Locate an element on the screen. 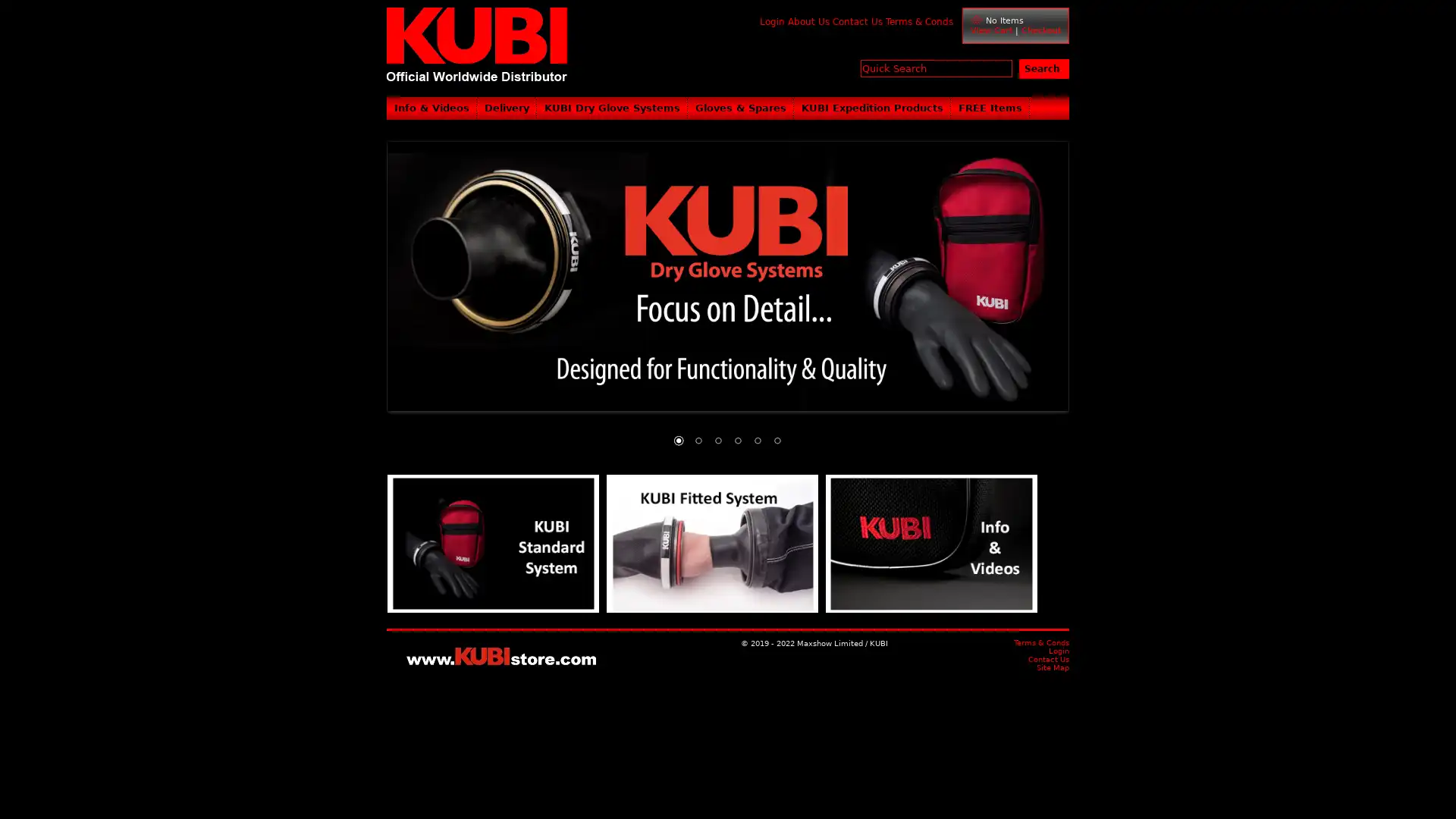 The height and width of the screenshot is (819, 1456). Search is located at coordinates (1041, 69).